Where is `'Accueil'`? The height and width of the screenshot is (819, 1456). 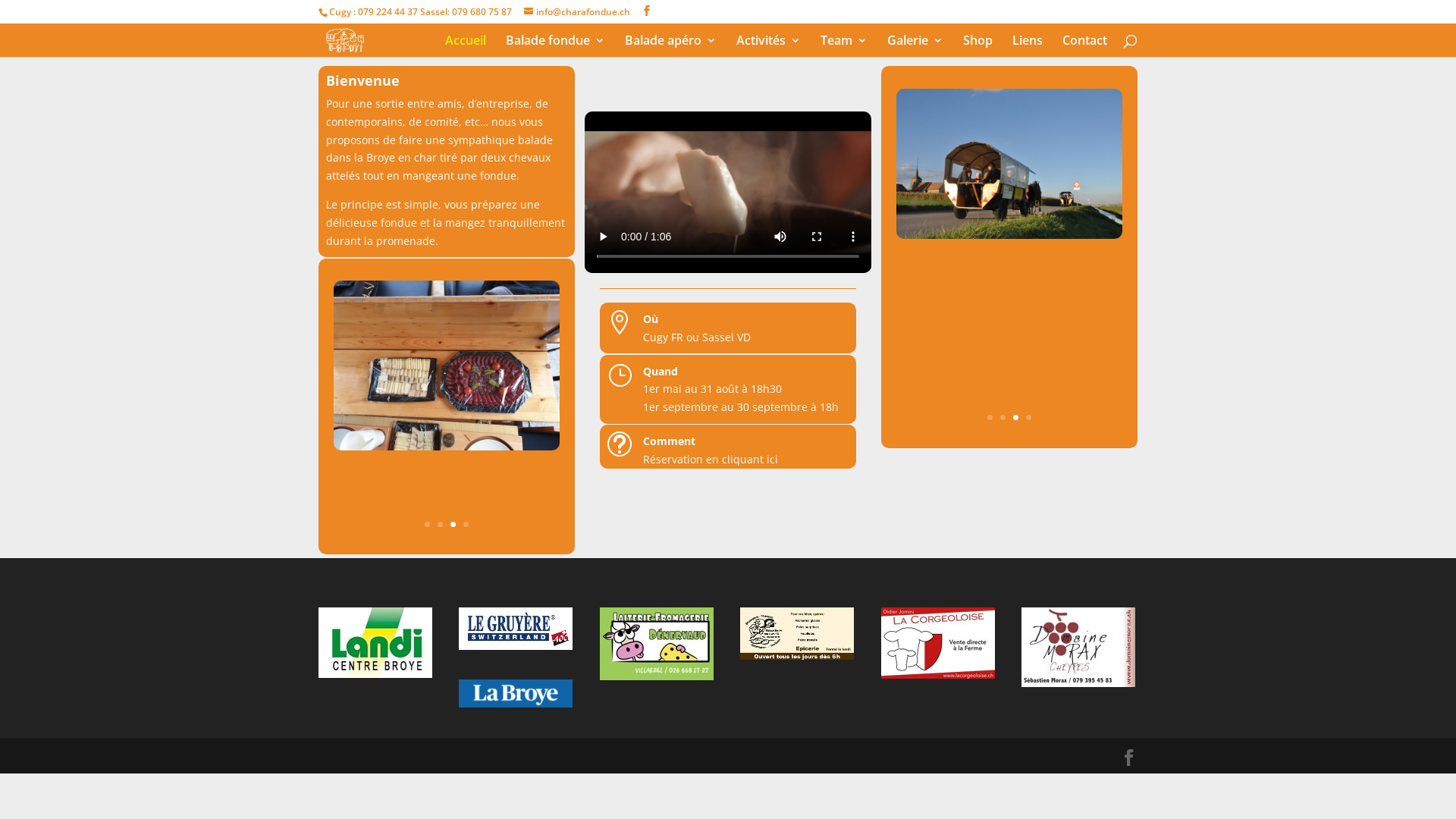 'Accueil' is located at coordinates (465, 45).